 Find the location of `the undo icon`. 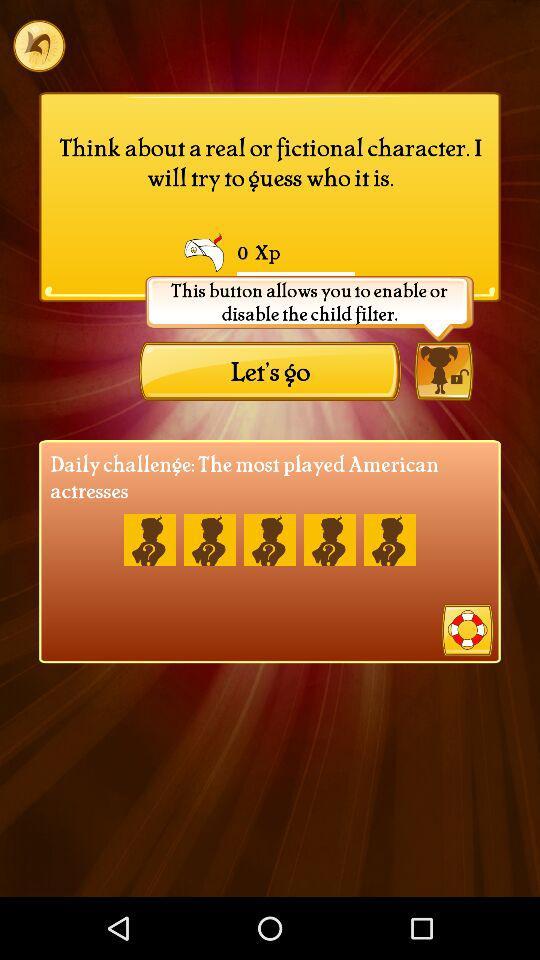

the undo icon is located at coordinates (39, 48).